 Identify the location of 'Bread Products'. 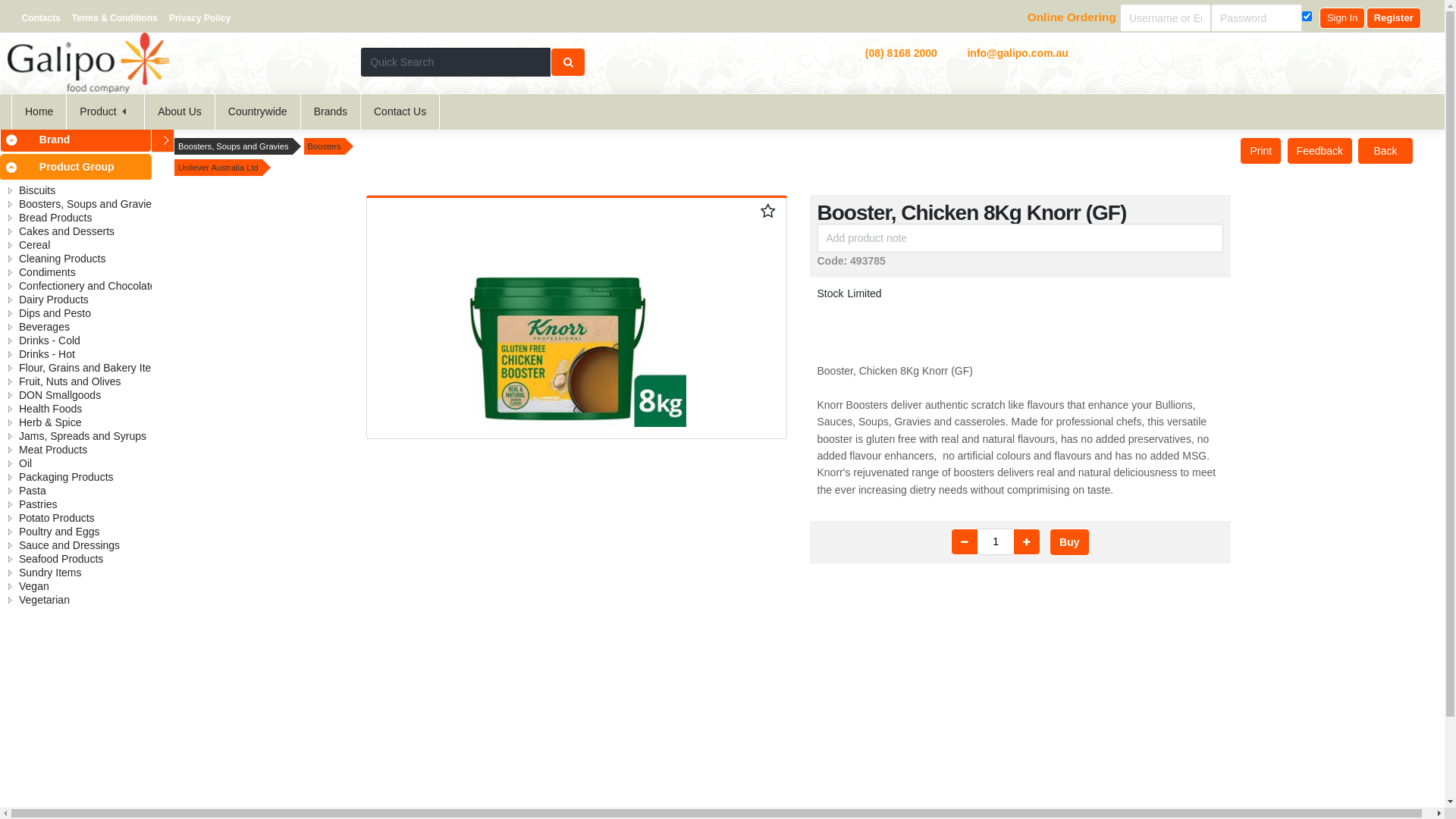
(55, 217).